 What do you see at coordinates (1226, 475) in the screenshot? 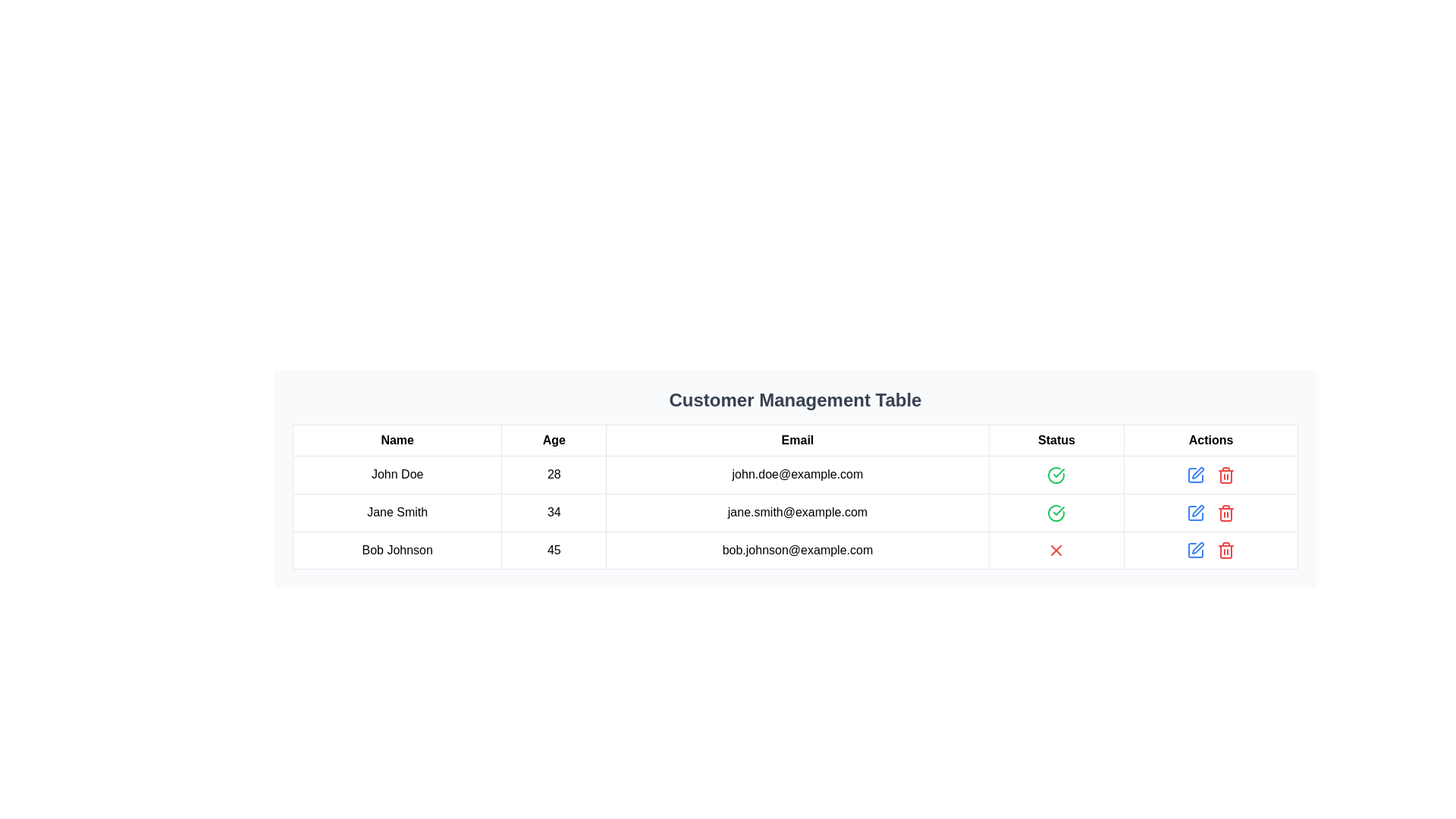
I see `the trash can icon located in the 'Actions' column, third row of the tabular data interface` at bounding box center [1226, 475].